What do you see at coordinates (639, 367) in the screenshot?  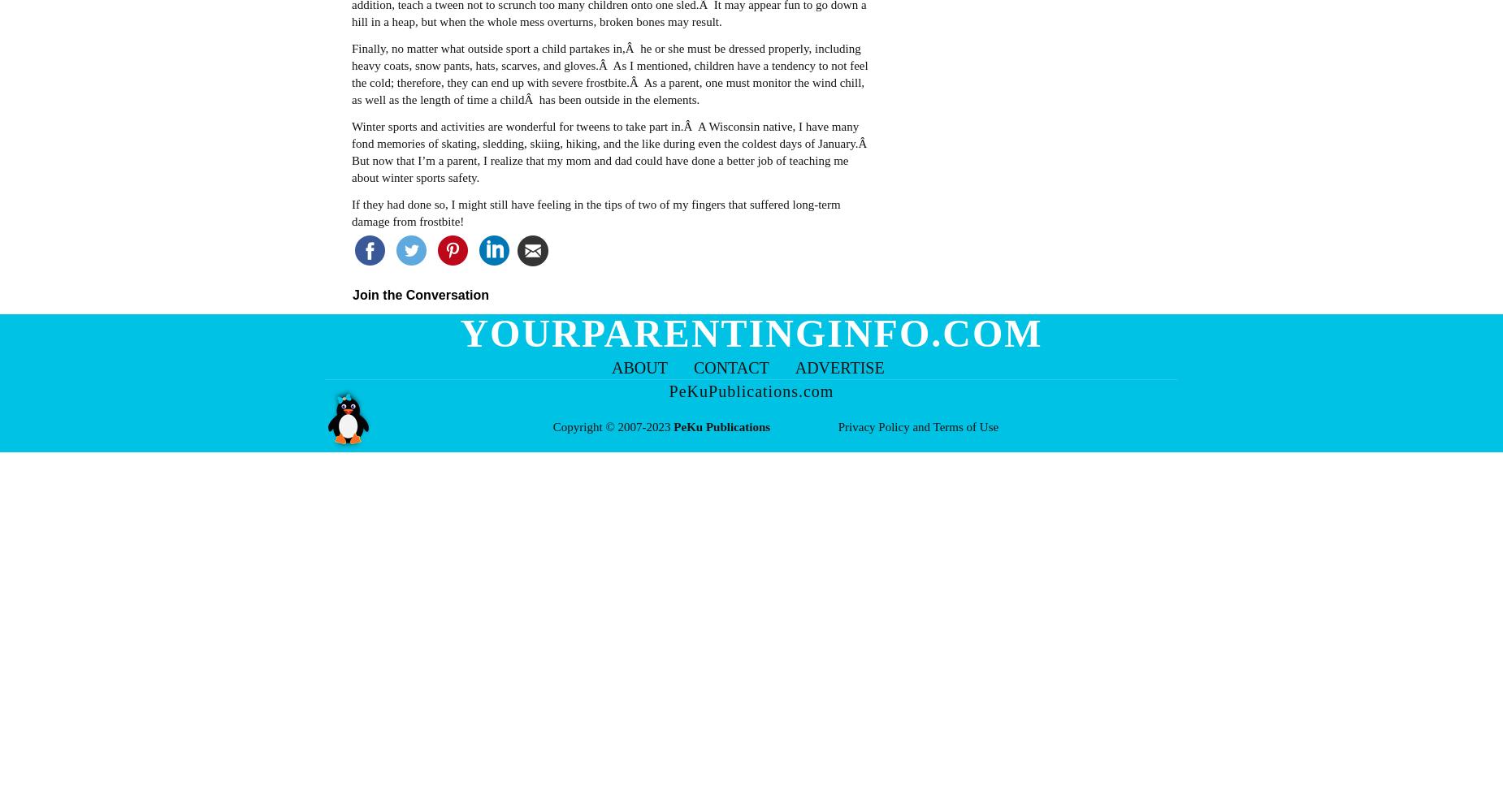 I see `'About'` at bounding box center [639, 367].